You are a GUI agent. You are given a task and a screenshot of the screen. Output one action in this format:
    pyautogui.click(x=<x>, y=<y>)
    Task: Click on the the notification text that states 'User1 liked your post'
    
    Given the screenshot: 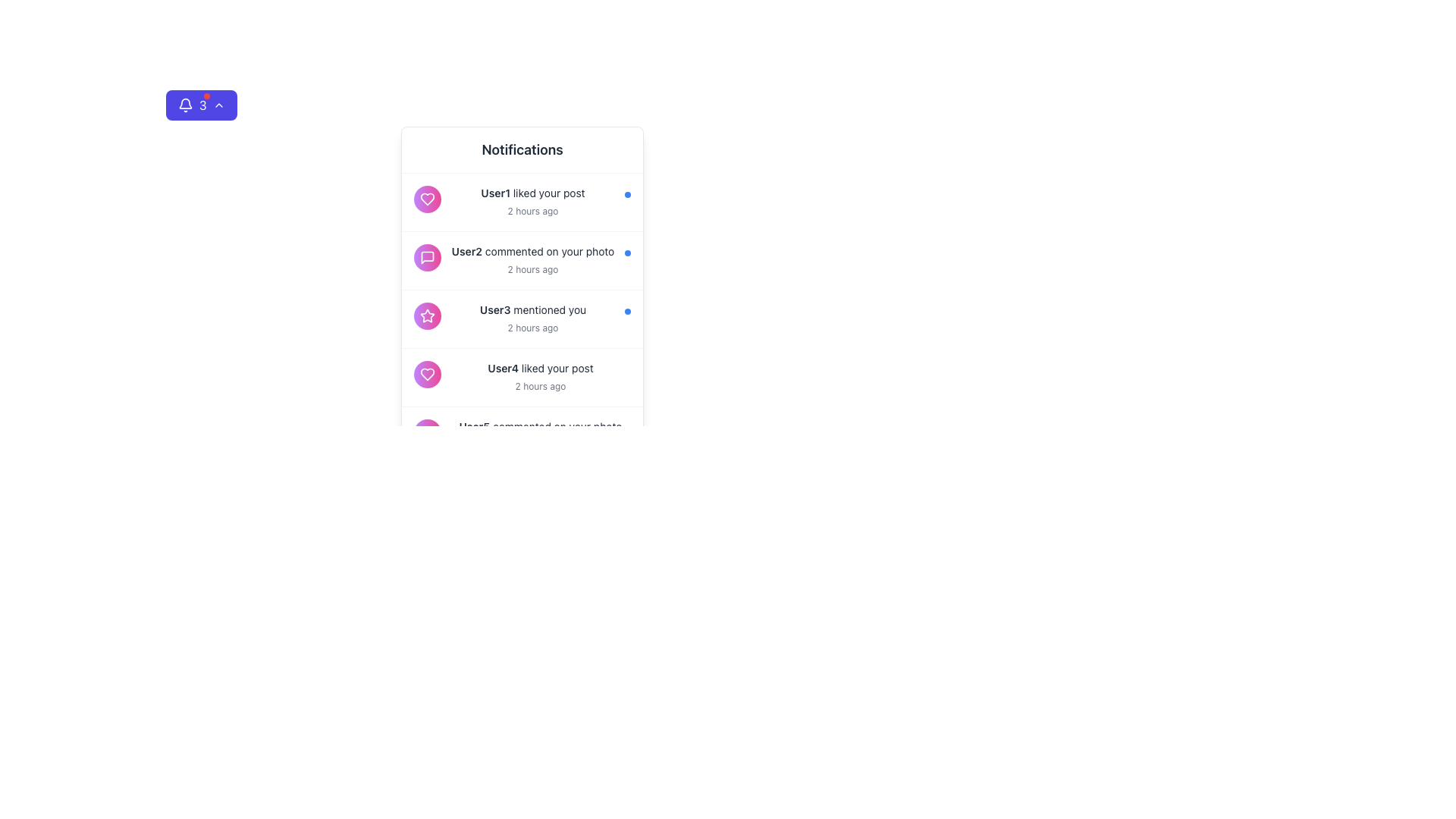 What is the action you would take?
    pyautogui.click(x=532, y=201)
    